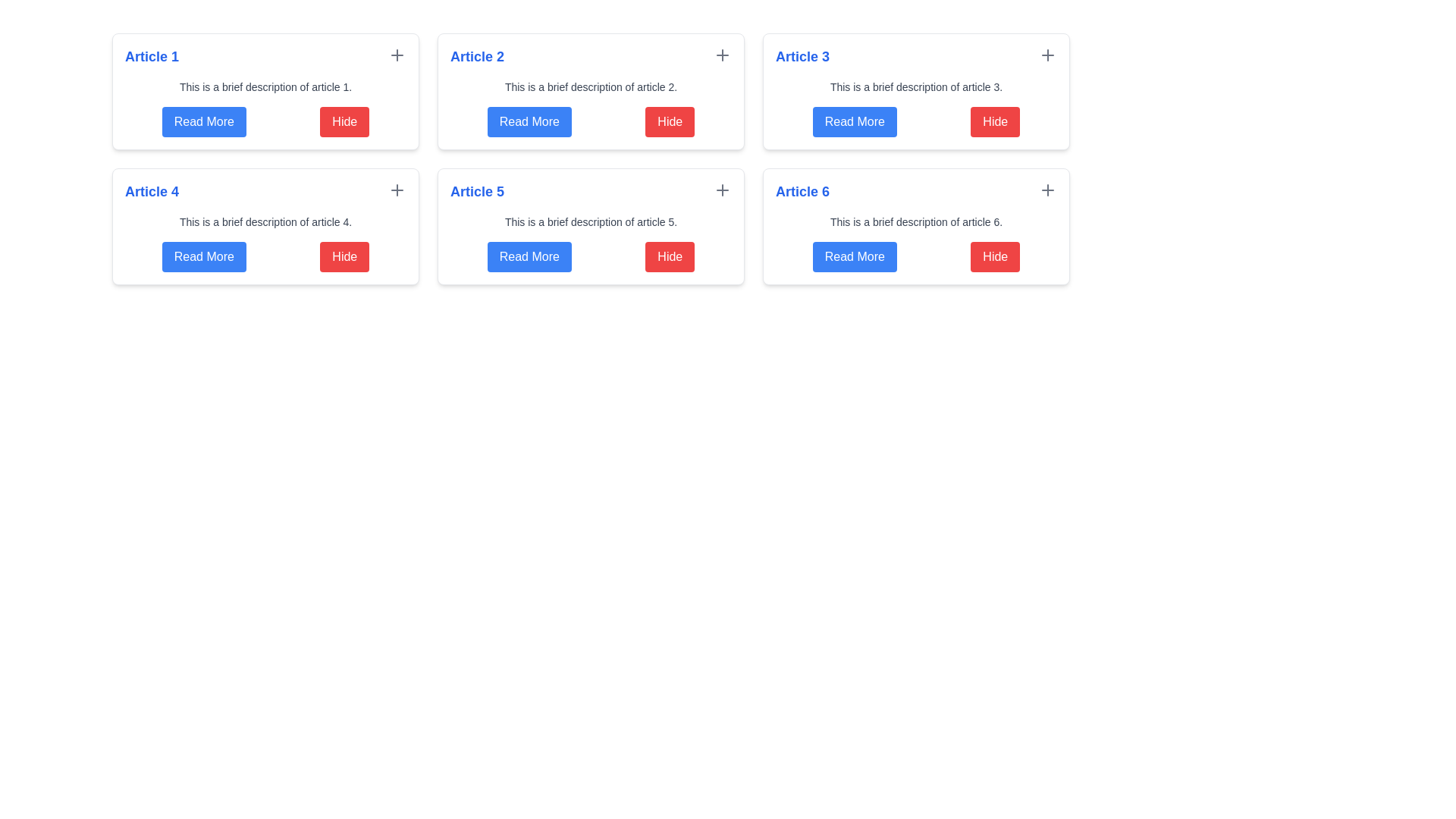  I want to click on text element styled in gray color containing the string 'This is a brief description of article 5.' located inside the card titled 'Article 5', so click(590, 222).